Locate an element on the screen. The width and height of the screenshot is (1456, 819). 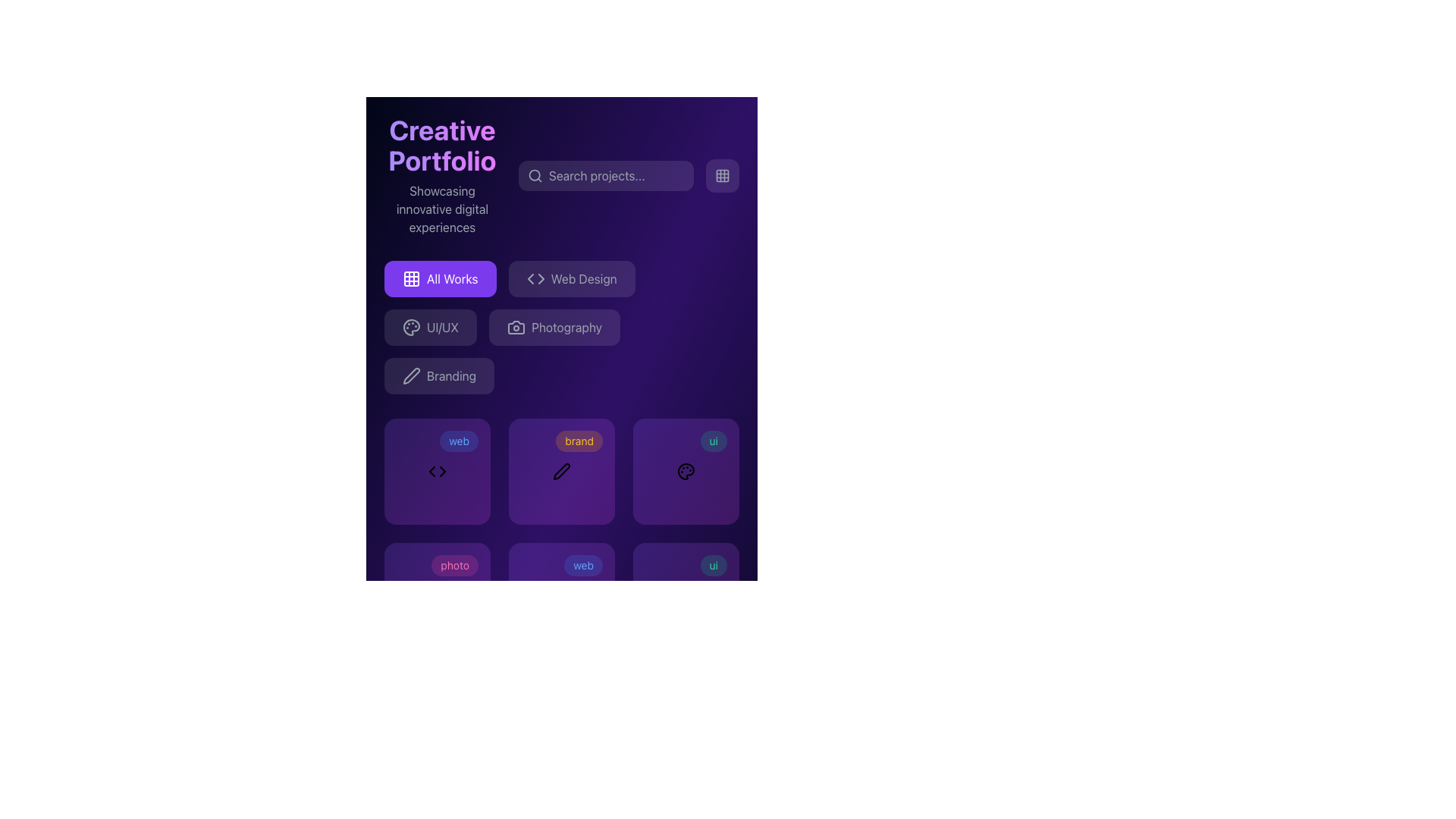
text of the small text badge labeled 'web' with blue text on a rounded rectangular background, located near the bottom-right corner below the 'E-commerce Platform' grid cell is located at coordinates (582, 565).